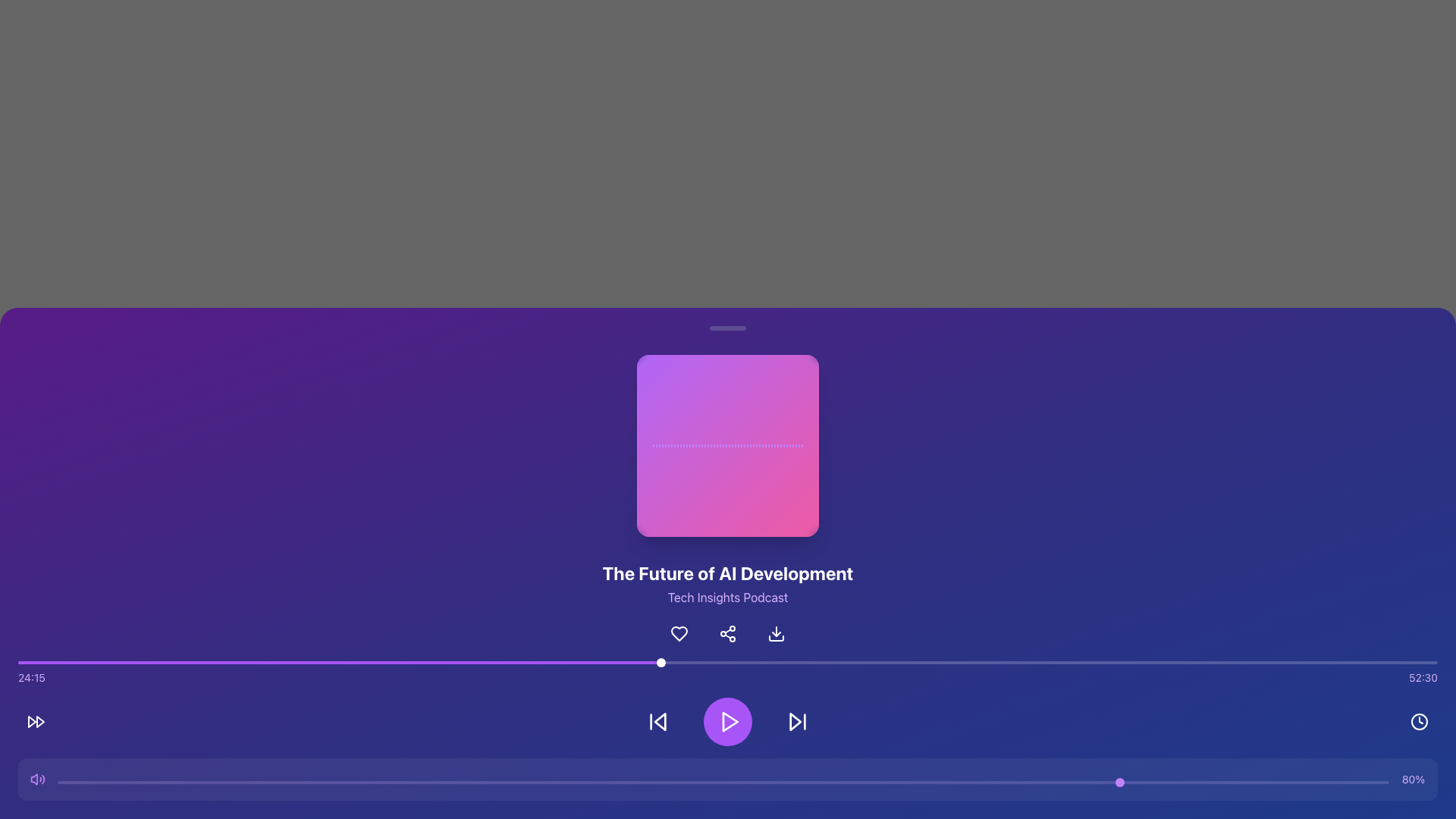 The height and width of the screenshot is (819, 1456). What do you see at coordinates (728, 672) in the screenshot?
I see `the progress bar located centrally below the title 'The Future of AI Development' to adjust the playback position` at bounding box center [728, 672].